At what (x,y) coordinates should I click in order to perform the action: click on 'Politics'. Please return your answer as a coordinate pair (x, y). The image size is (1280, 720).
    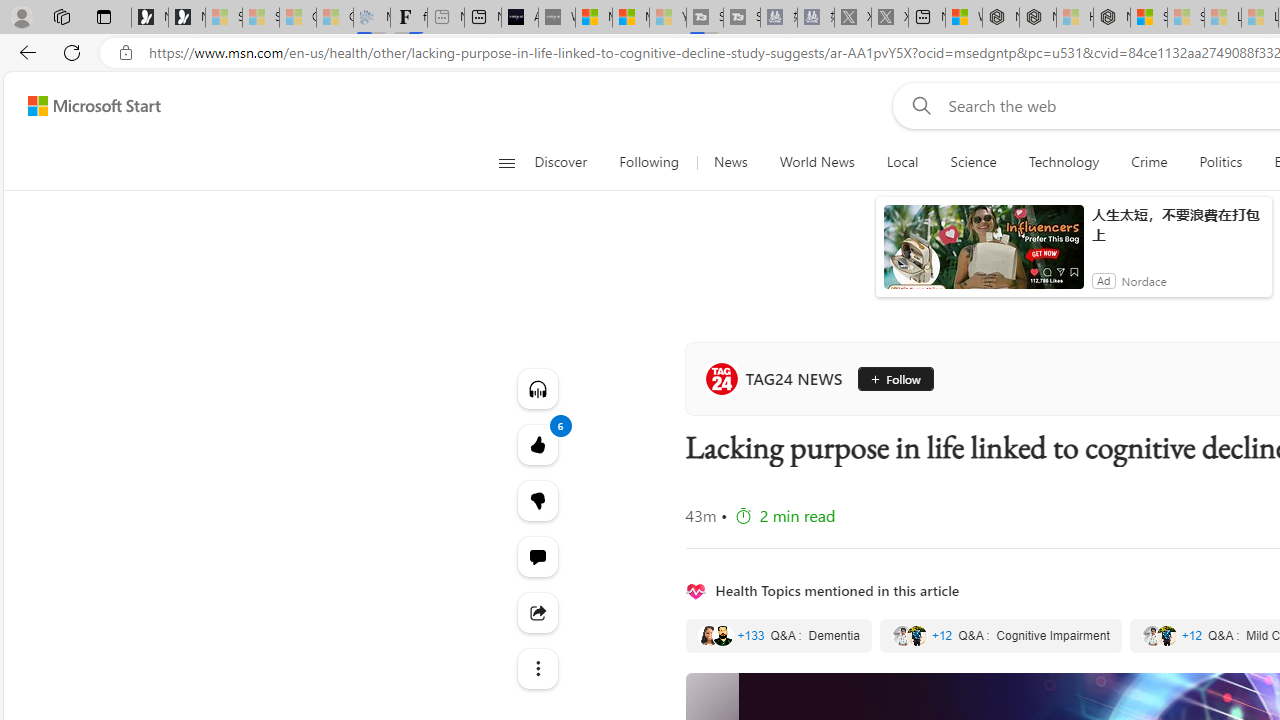
    Looking at the image, I should click on (1220, 162).